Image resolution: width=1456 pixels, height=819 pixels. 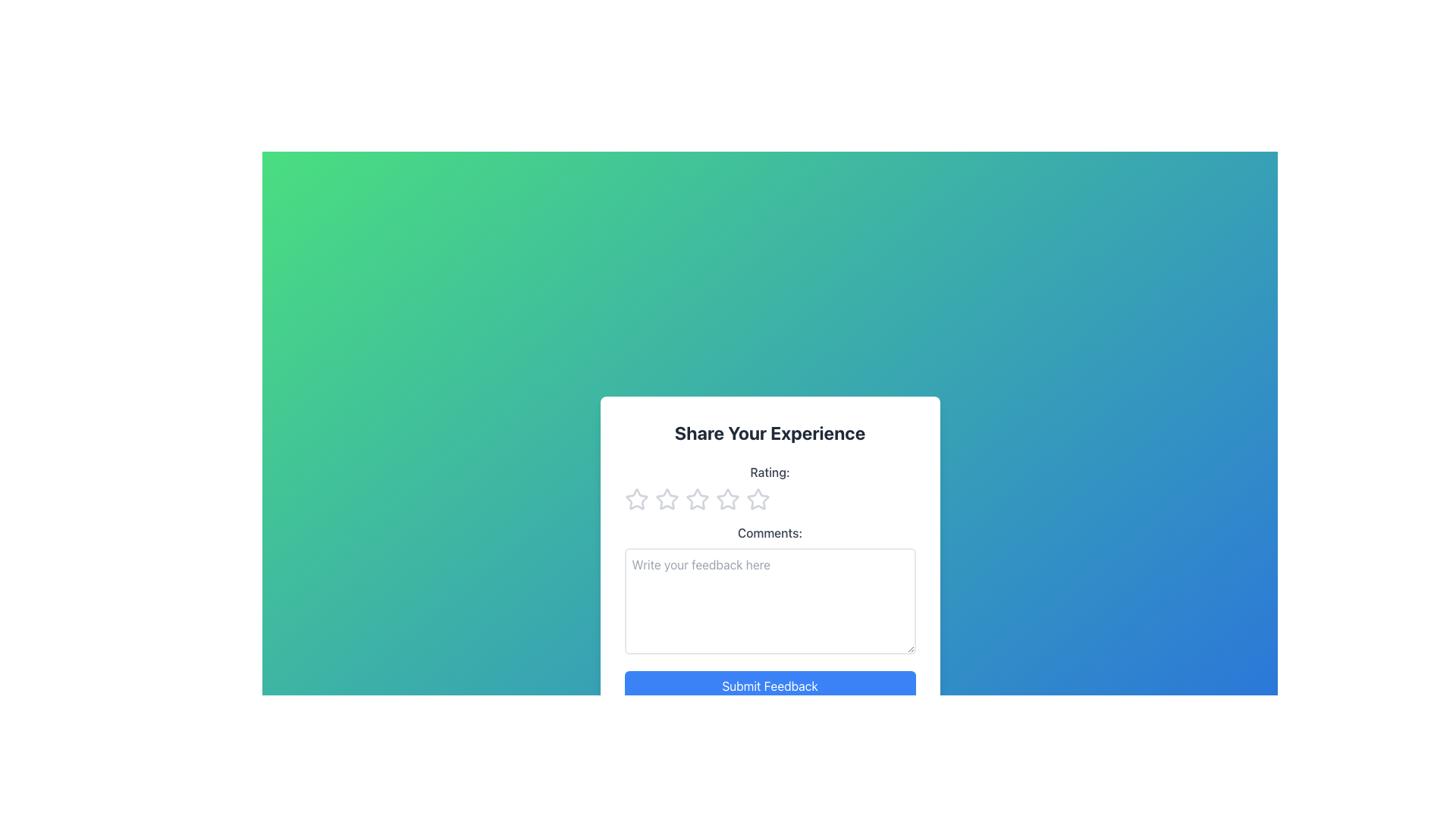 What do you see at coordinates (726, 499) in the screenshot?
I see `the second star icon in the interactive star rating system` at bounding box center [726, 499].